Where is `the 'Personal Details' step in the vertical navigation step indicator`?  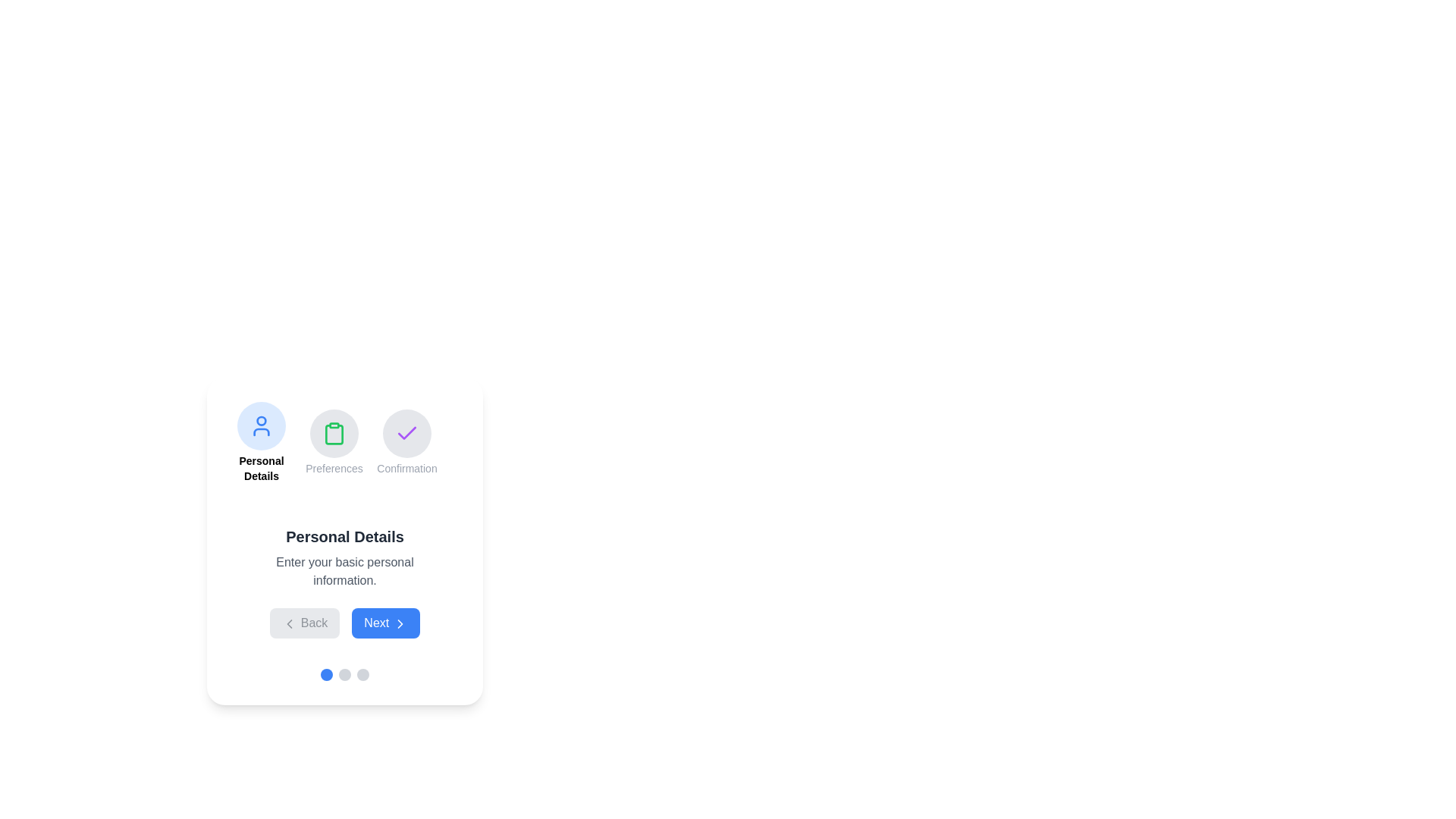 the 'Personal Details' step in the vertical navigation step indicator is located at coordinates (262, 442).